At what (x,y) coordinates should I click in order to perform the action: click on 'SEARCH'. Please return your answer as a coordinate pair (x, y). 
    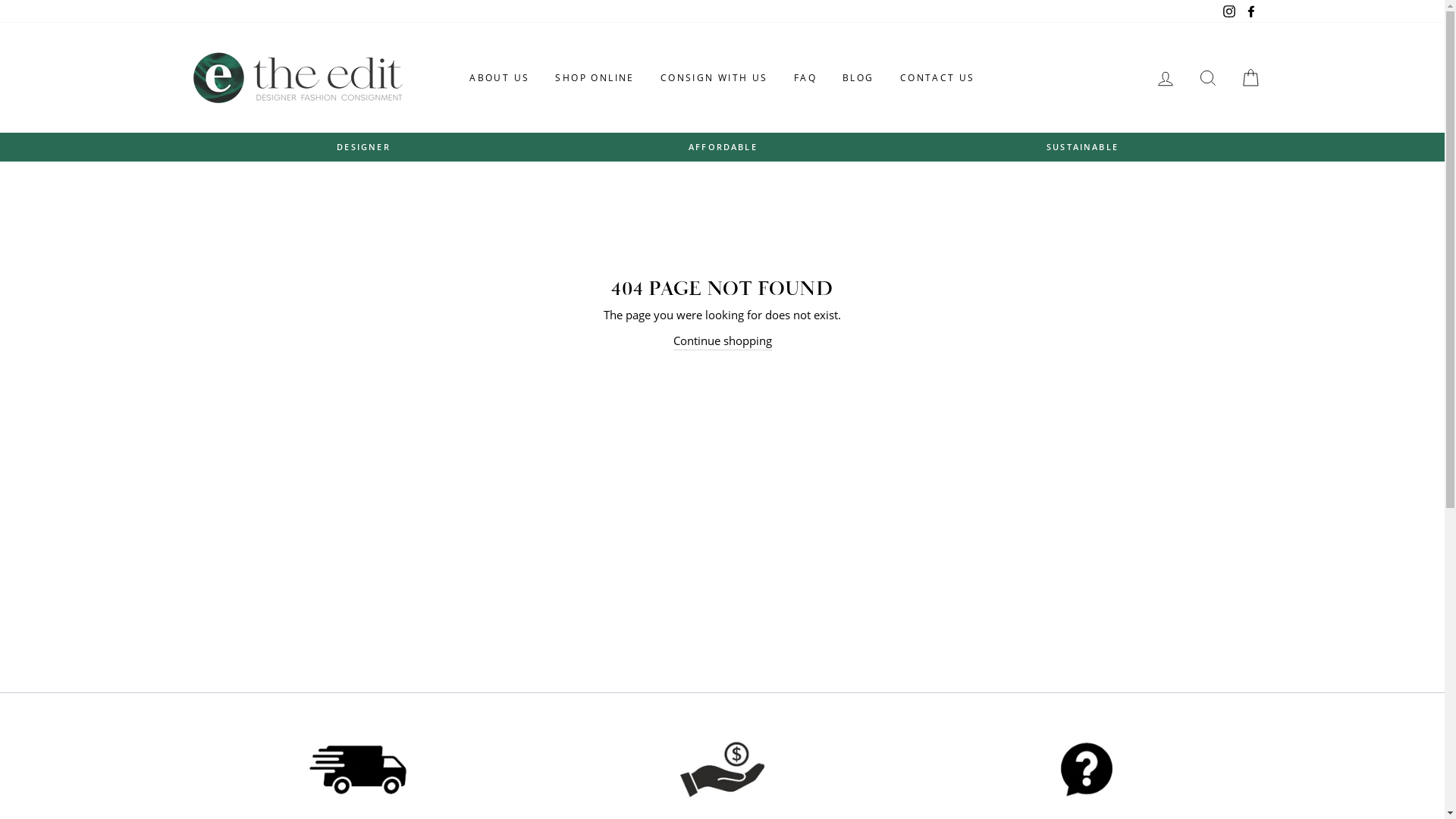
    Looking at the image, I should click on (1207, 77).